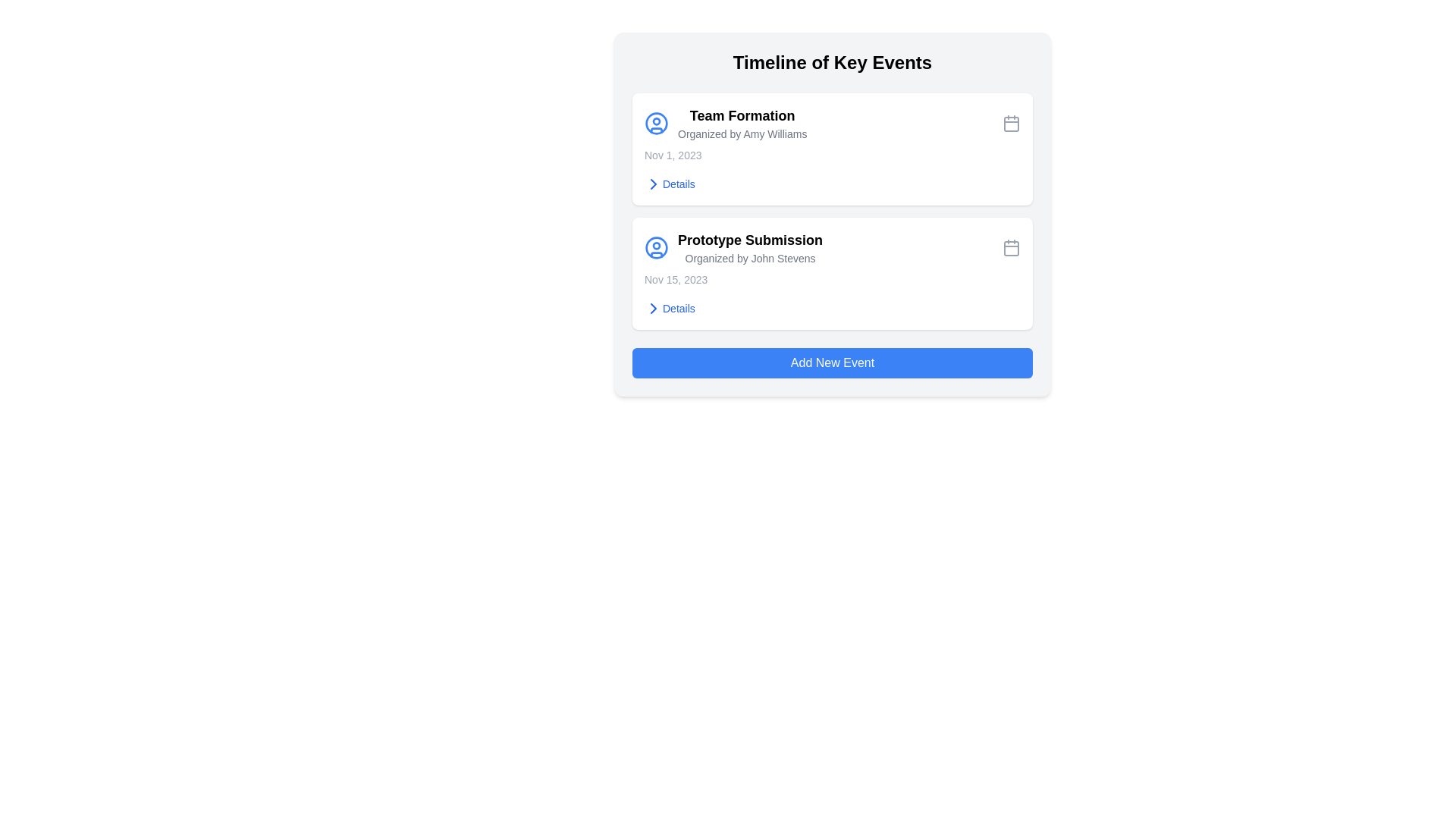 The width and height of the screenshot is (1456, 819). What do you see at coordinates (733, 247) in the screenshot?
I see `the 'Prototype Submission' event information element located in the second box of the vertically arranged timeline component` at bounding box center [733, 247].